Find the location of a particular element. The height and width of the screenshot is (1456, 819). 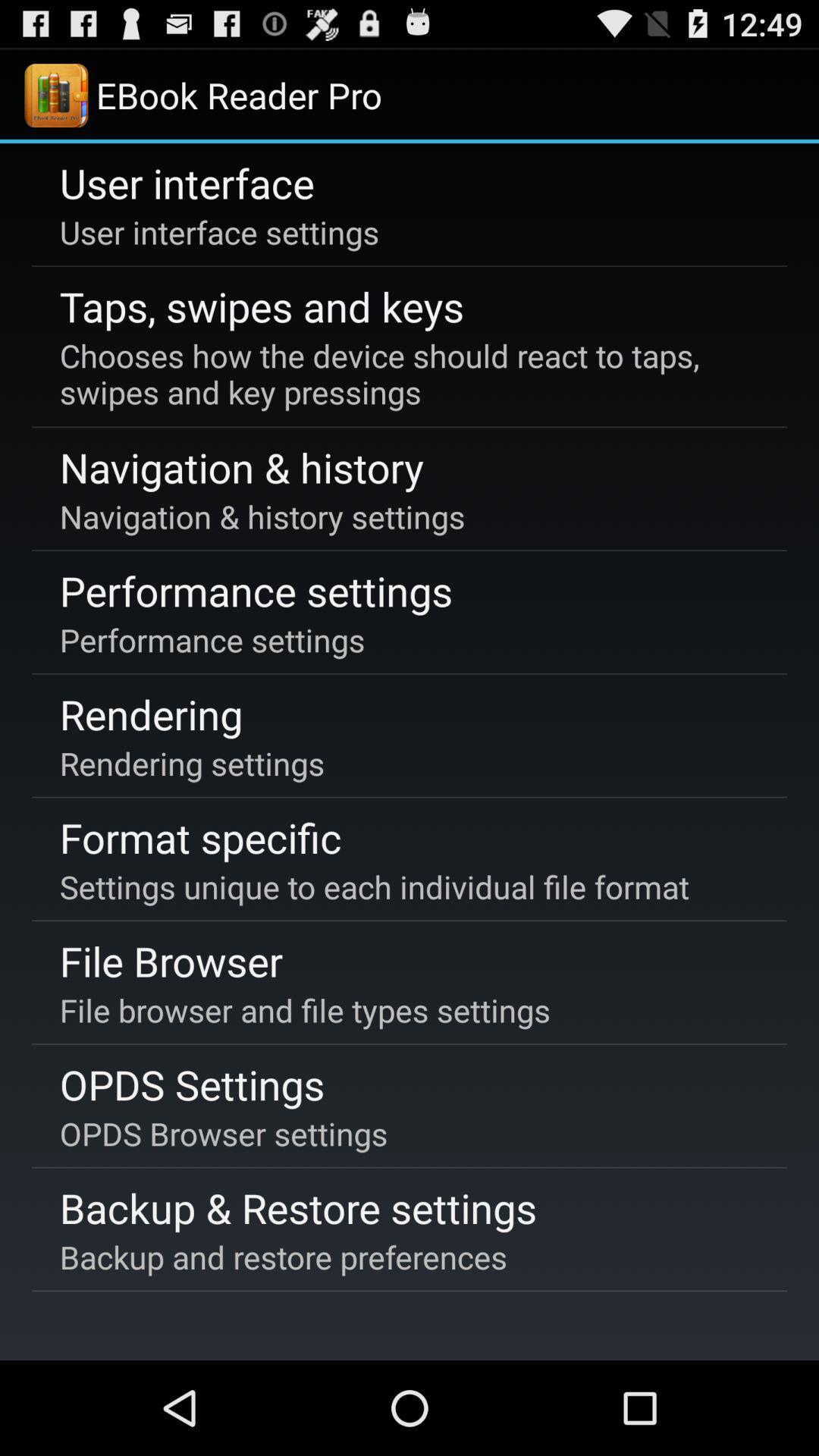

the settings unique to is located at coordinates (374, 886).